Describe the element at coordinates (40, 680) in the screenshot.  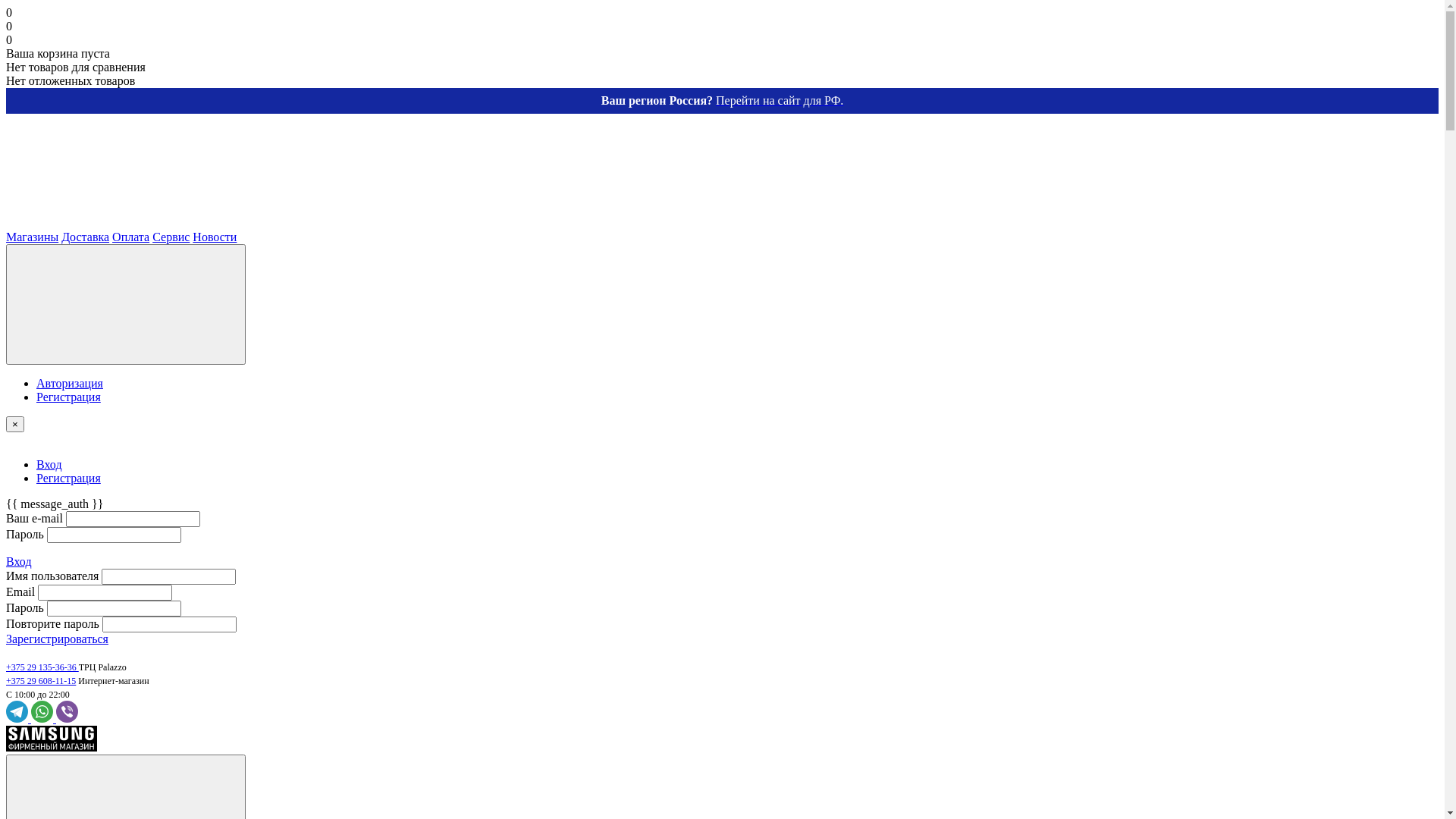
I see `'+375 29 608-11-15'` at that location.